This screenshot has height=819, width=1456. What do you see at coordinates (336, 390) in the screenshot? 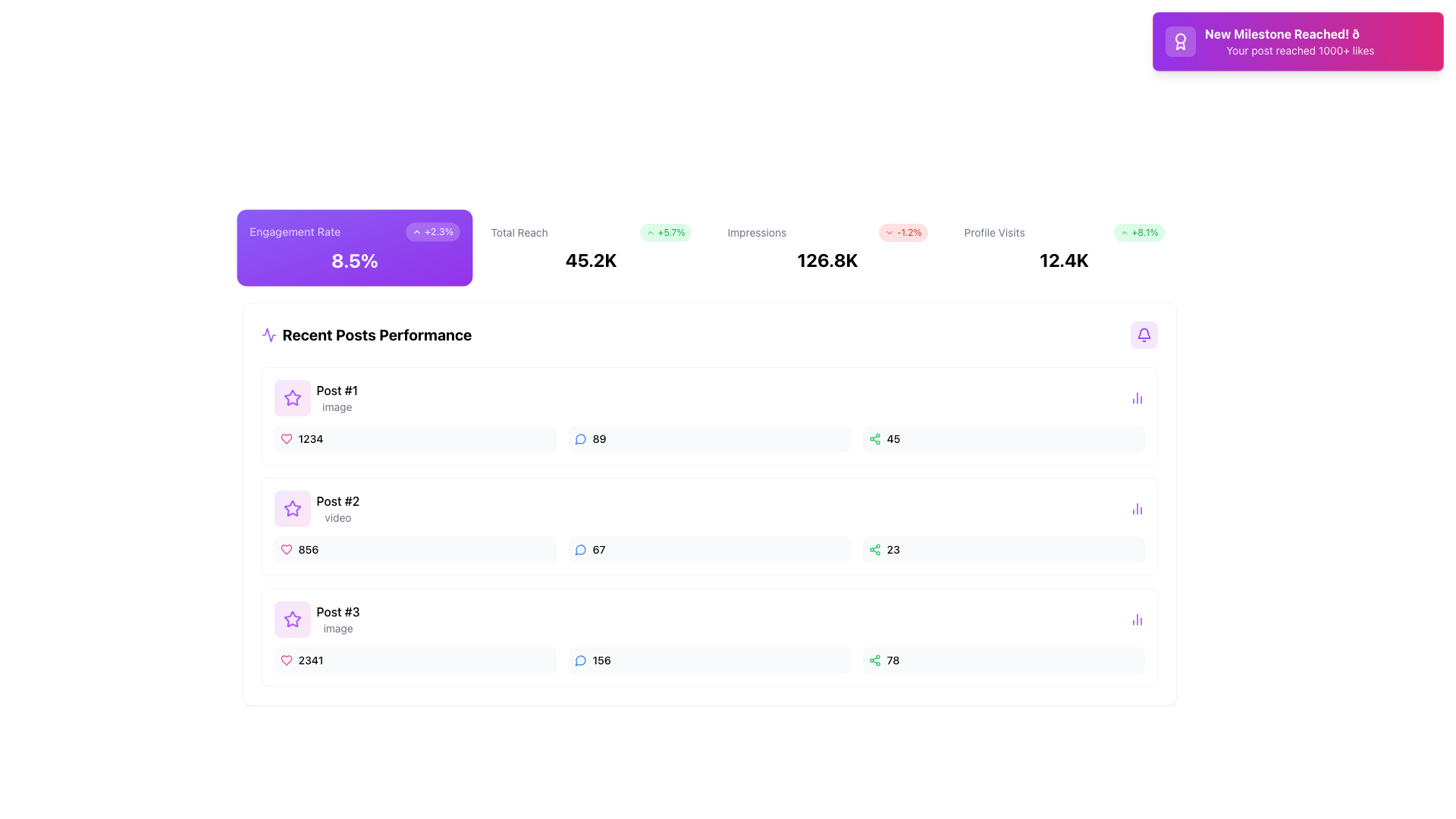
I see `the Text label that serves as the title or identifier for the post located at the top of the first post item in the 'Recent Posts Performance' section` at bounding box center [336, 390].